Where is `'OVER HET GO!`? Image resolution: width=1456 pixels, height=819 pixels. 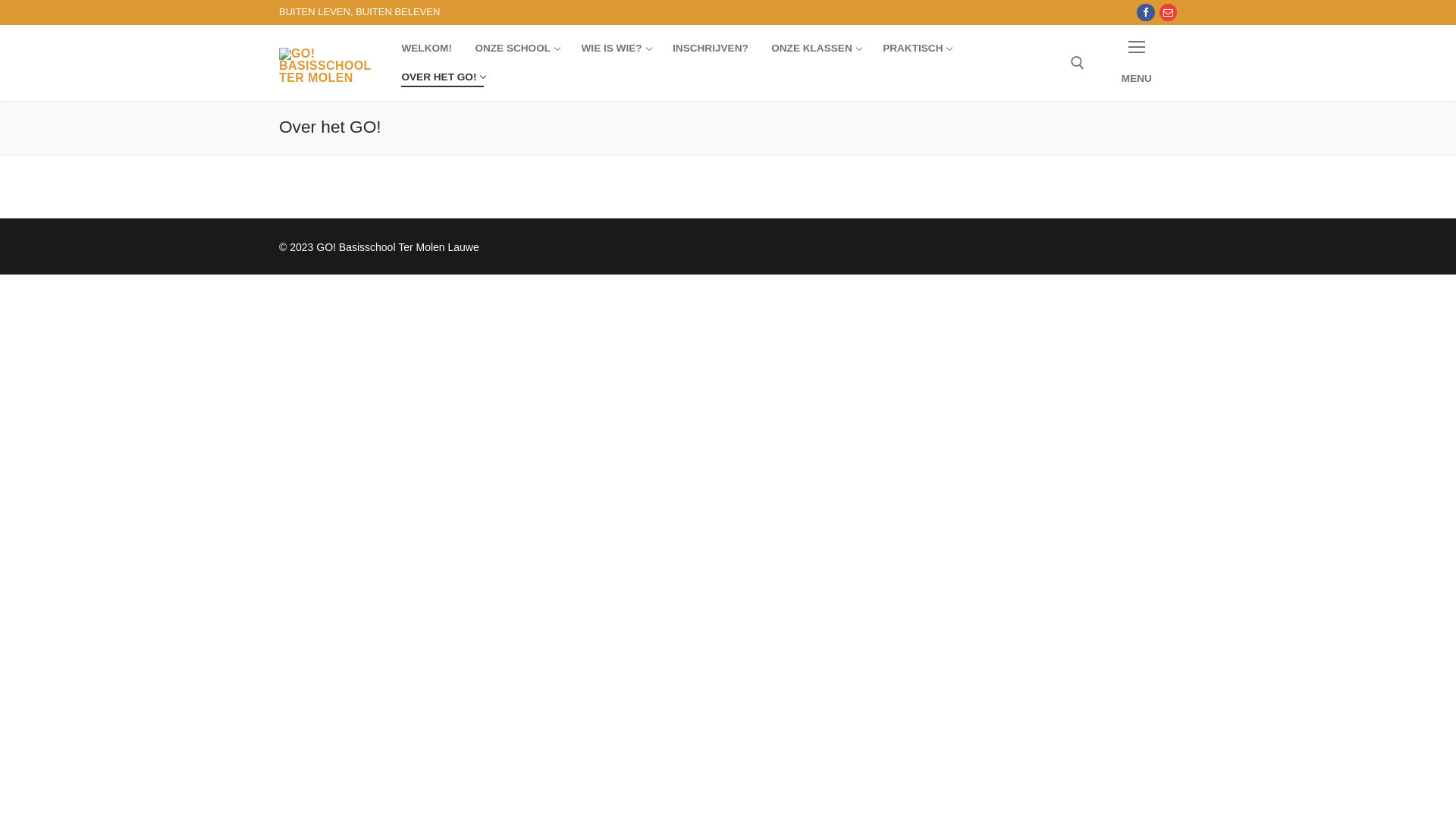 'OVER HET GO! is located at coordinates (441, 77).